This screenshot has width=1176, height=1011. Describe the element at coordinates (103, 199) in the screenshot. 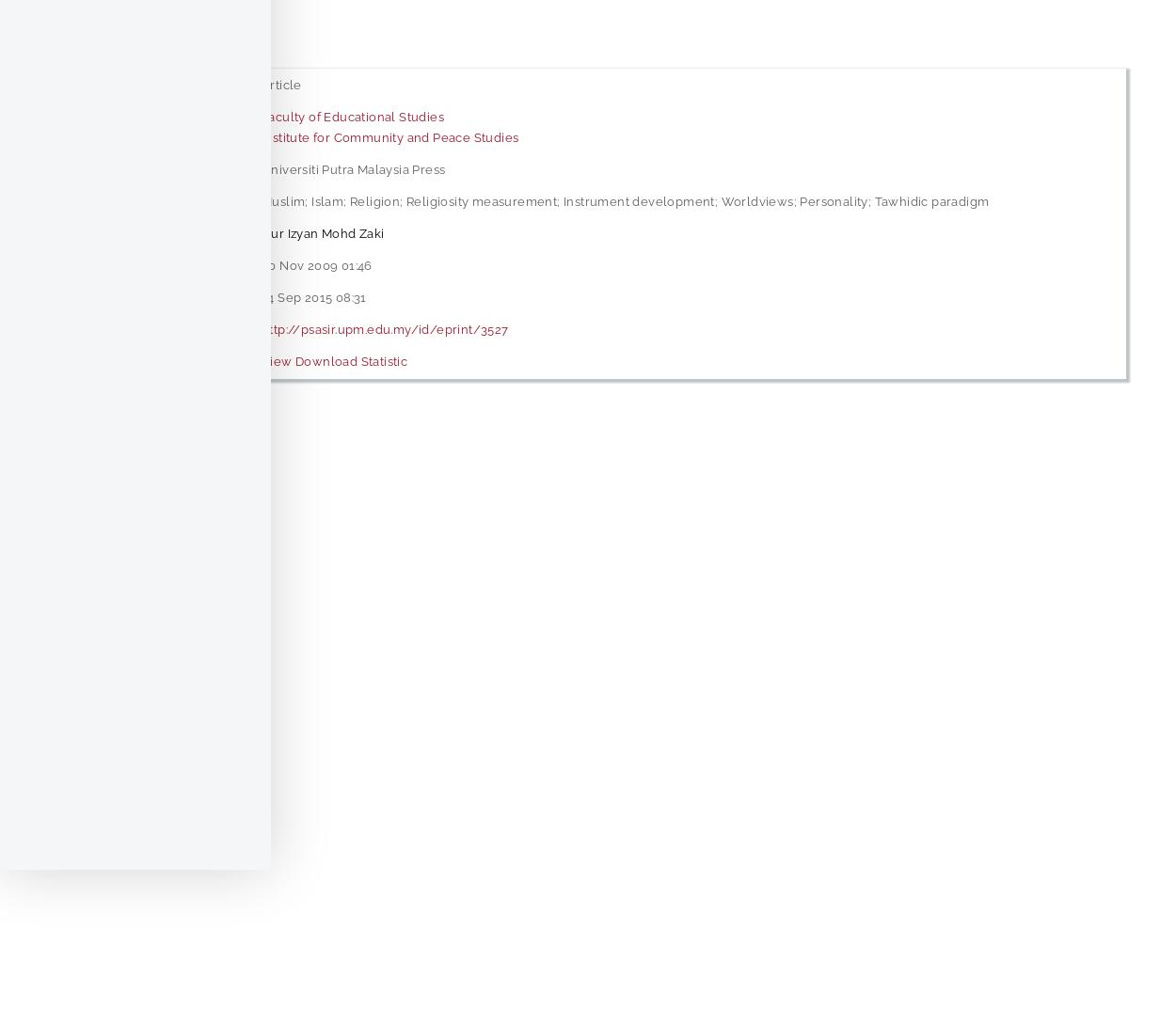

I see `'Keywords:'` at that location.